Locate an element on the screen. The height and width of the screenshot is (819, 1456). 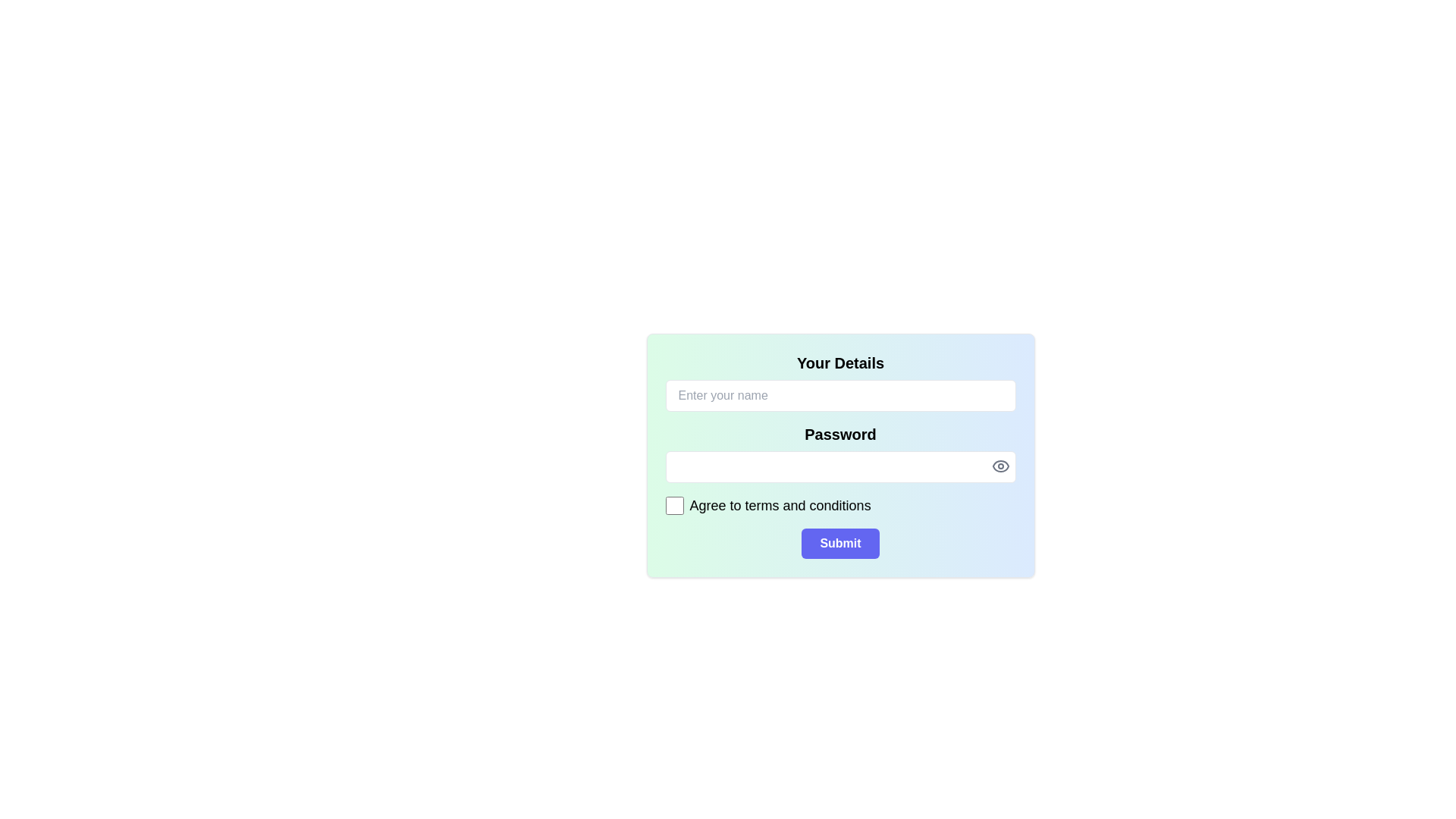
the password label, which is centrally located above the password input field and below the 'Your Details' label in the form layout is located at coordinates (839, 435).